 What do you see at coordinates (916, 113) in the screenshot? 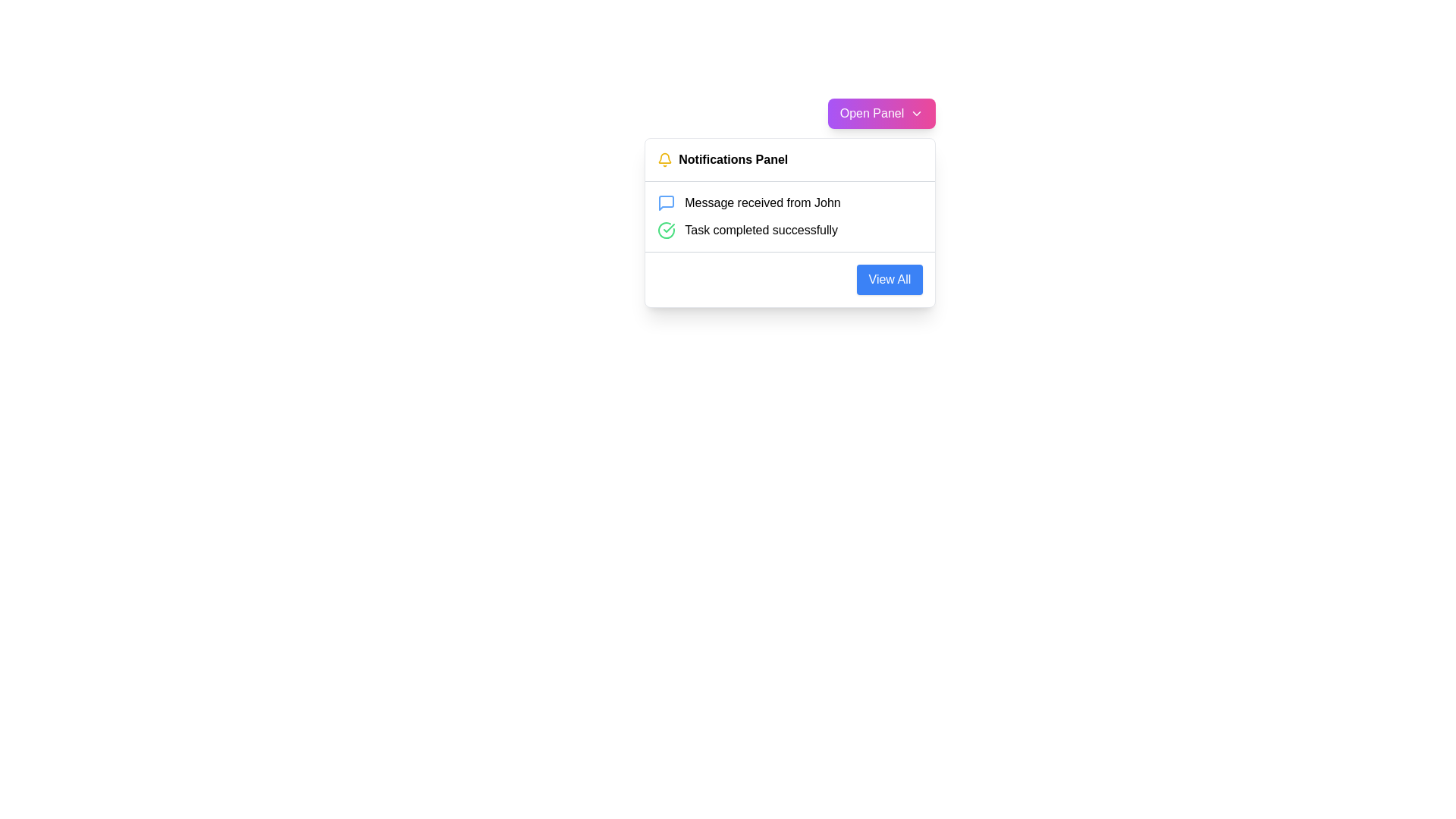
I see `the downwards-pointing chevron icon located inside the 'Open Panel' button` at bounding box center [916, 113].